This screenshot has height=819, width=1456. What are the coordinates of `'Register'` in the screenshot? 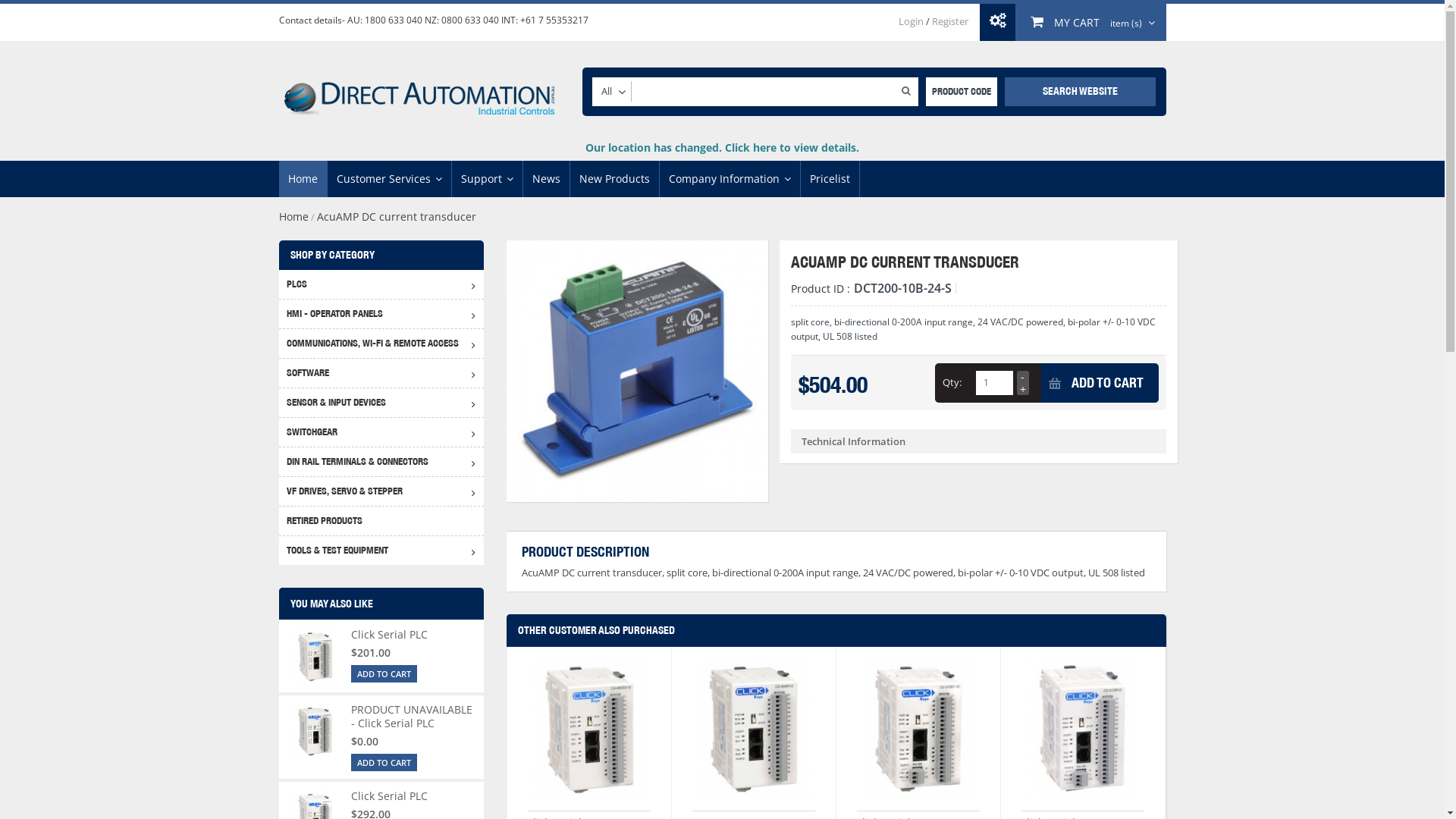 It's located at (949, 20).